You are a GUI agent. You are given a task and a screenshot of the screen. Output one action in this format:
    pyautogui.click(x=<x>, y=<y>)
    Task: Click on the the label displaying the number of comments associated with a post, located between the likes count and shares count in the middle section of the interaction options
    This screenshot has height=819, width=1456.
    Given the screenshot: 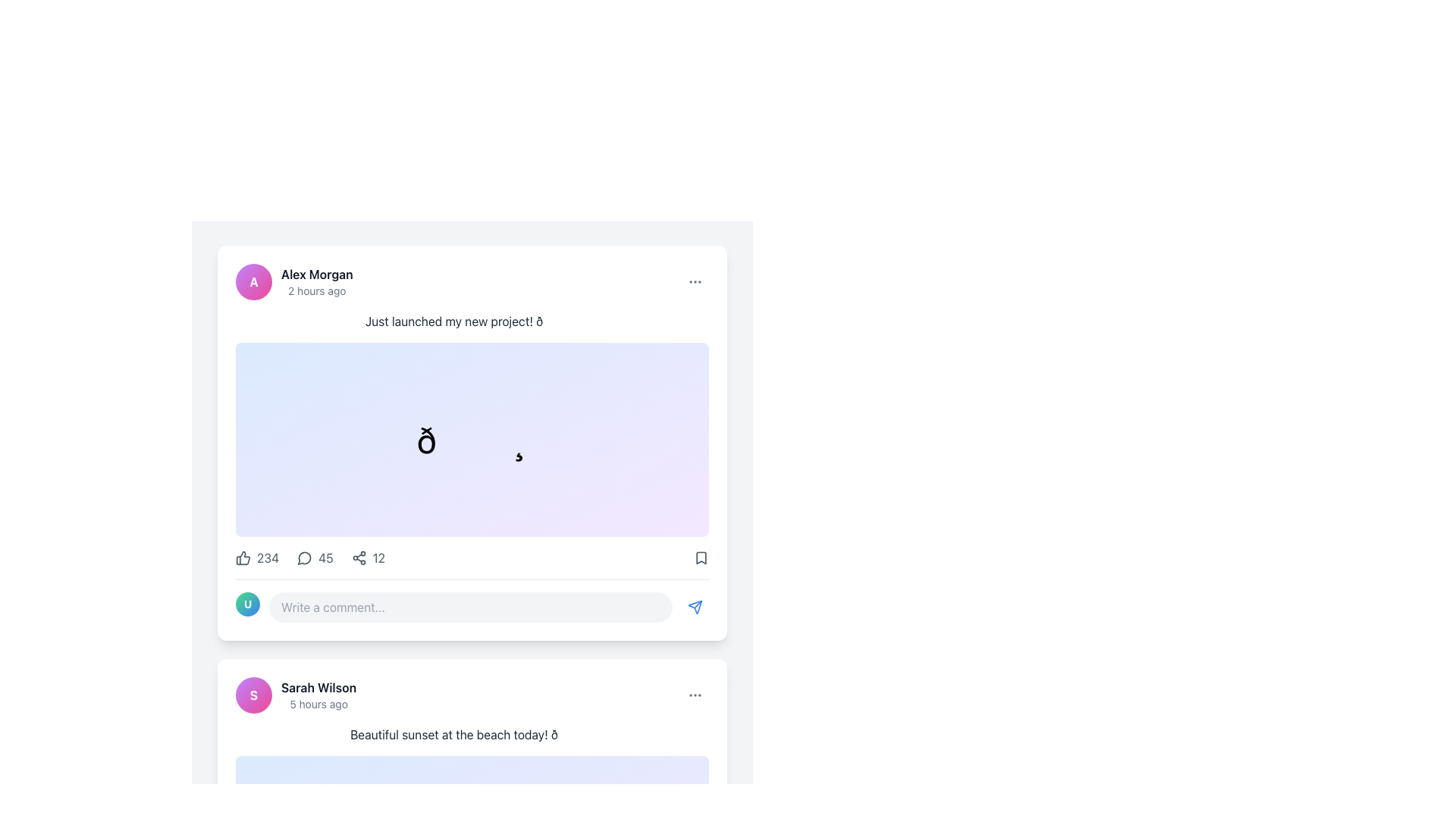 What is the action you would take?
    pyautogui.click(x=309, y=558)
    